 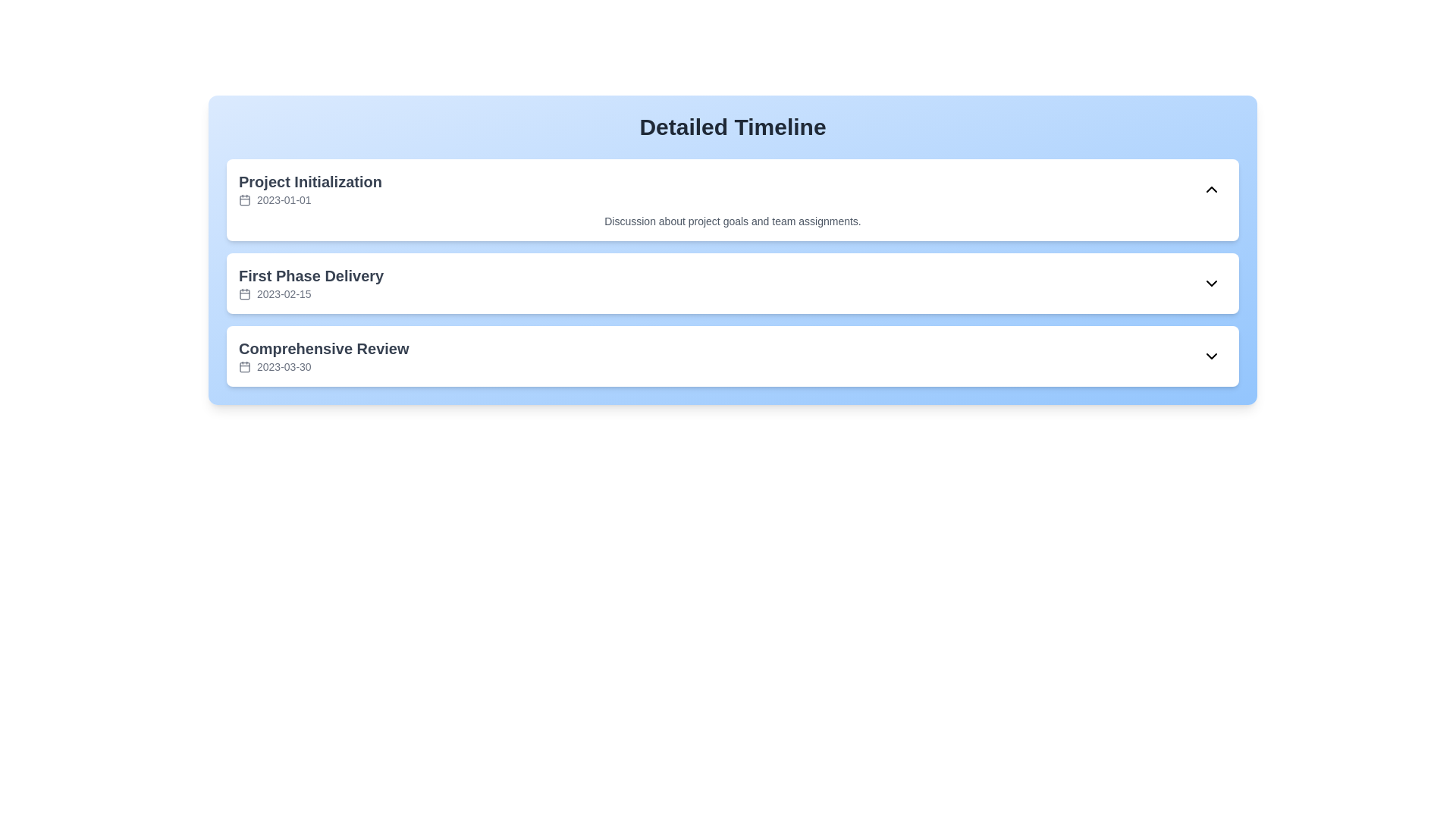 What do you see at coordinates (244, 199) in the screenshot?
I see `the small calendar icon located in the header of the first event titled 'Project Initialization', positioned to the left of the date text '2023-01-01', for additional information` at bounding box center [244, 199].